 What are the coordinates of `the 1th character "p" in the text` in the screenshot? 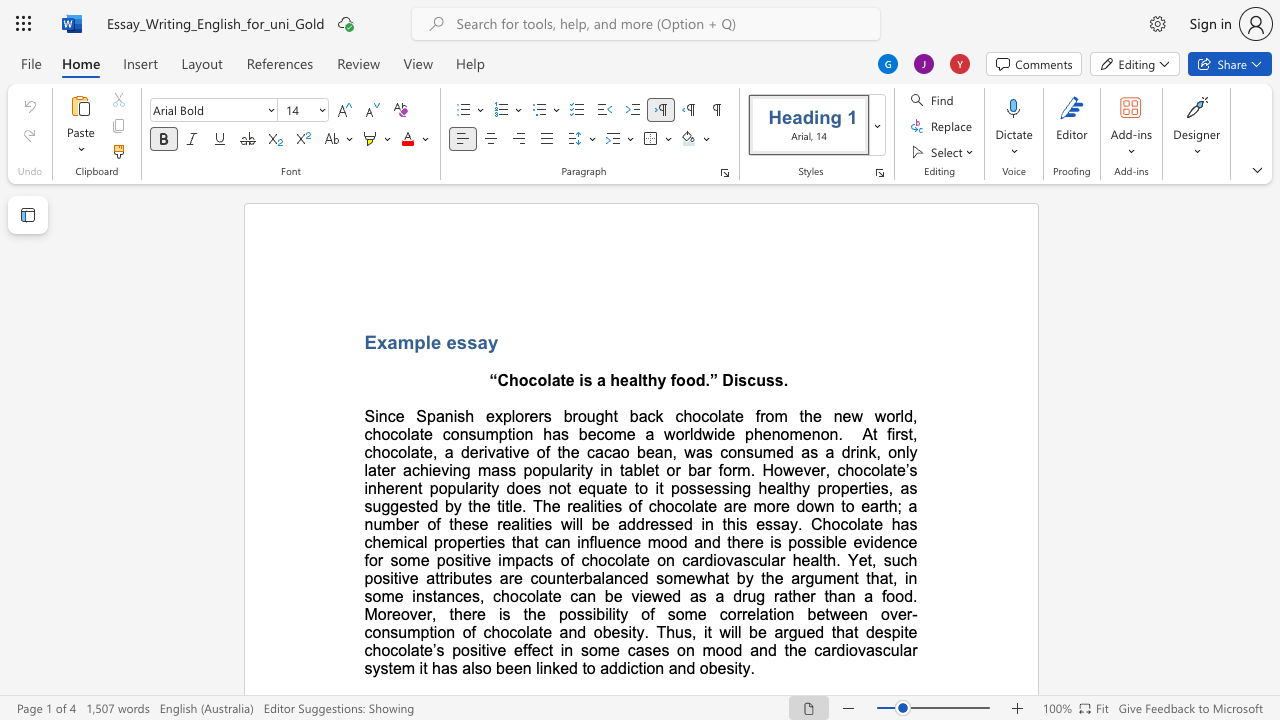 It's located at (675, 488).